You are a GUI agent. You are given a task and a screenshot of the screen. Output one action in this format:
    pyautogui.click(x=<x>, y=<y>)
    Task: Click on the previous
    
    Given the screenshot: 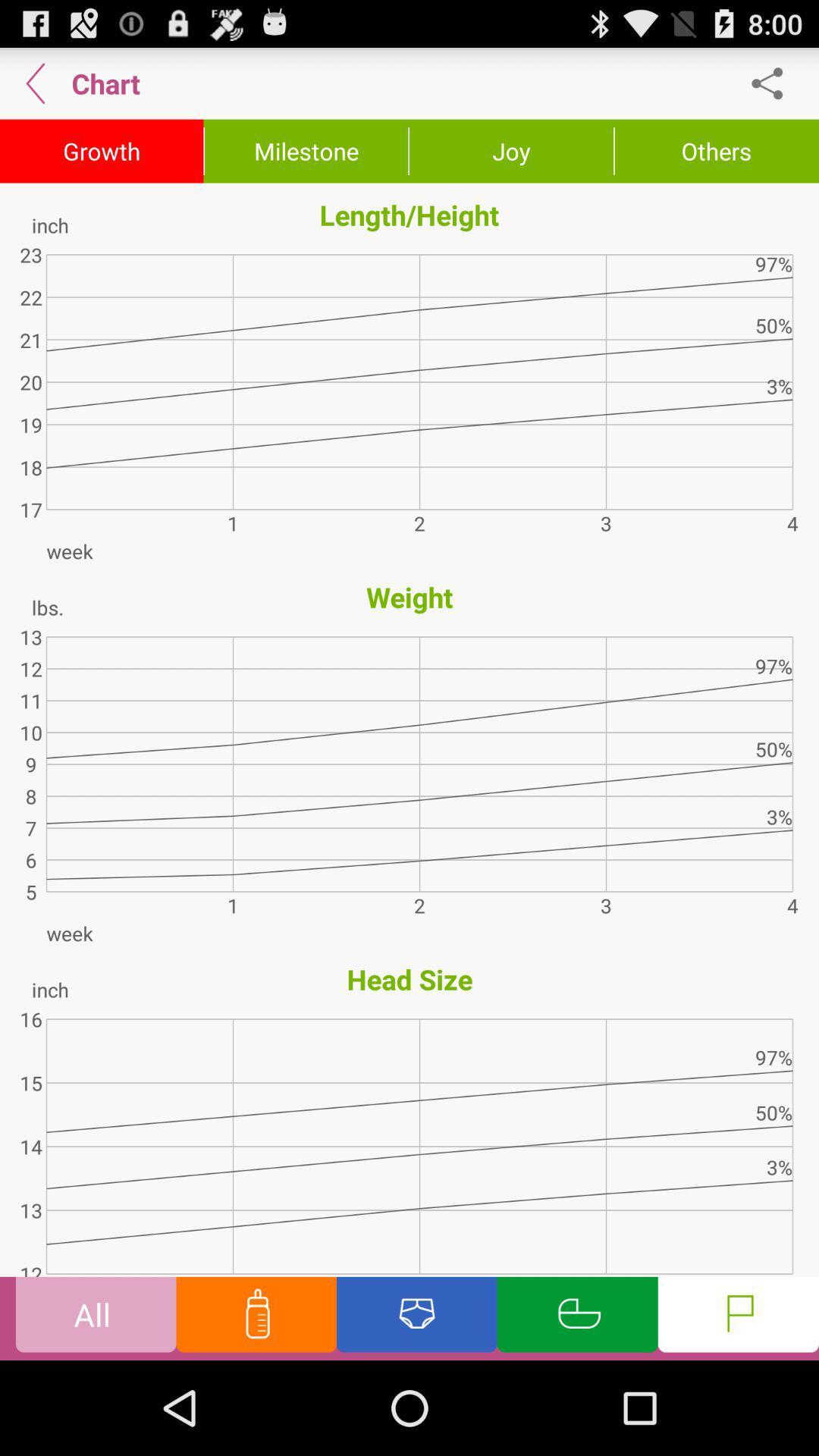 What is the action you would take?
    pyautogui.click(x=35, y=83)
    